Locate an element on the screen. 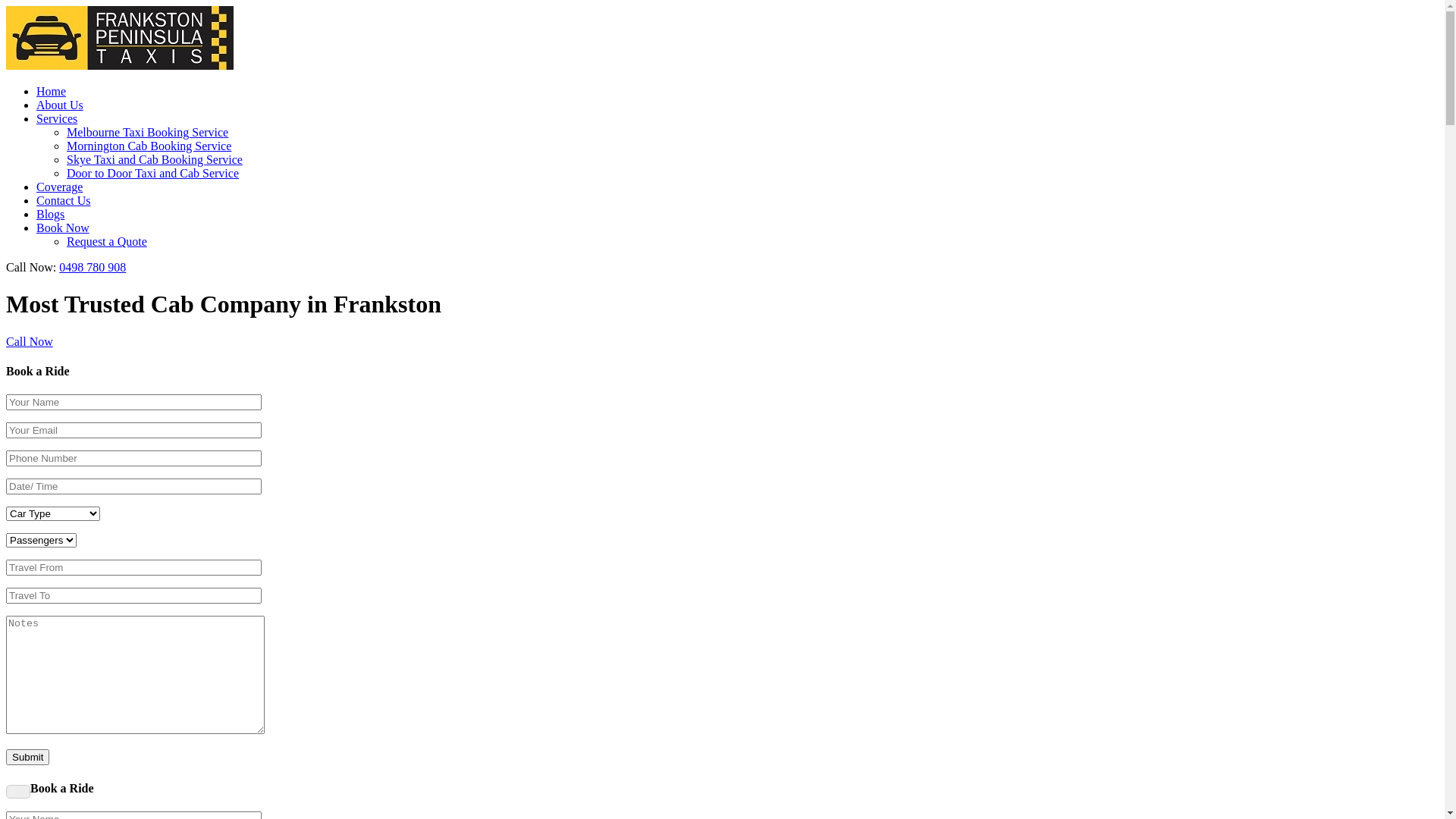 This screenshot has width=1456, height=819. 'Services' is located at coordinates (57, 118).